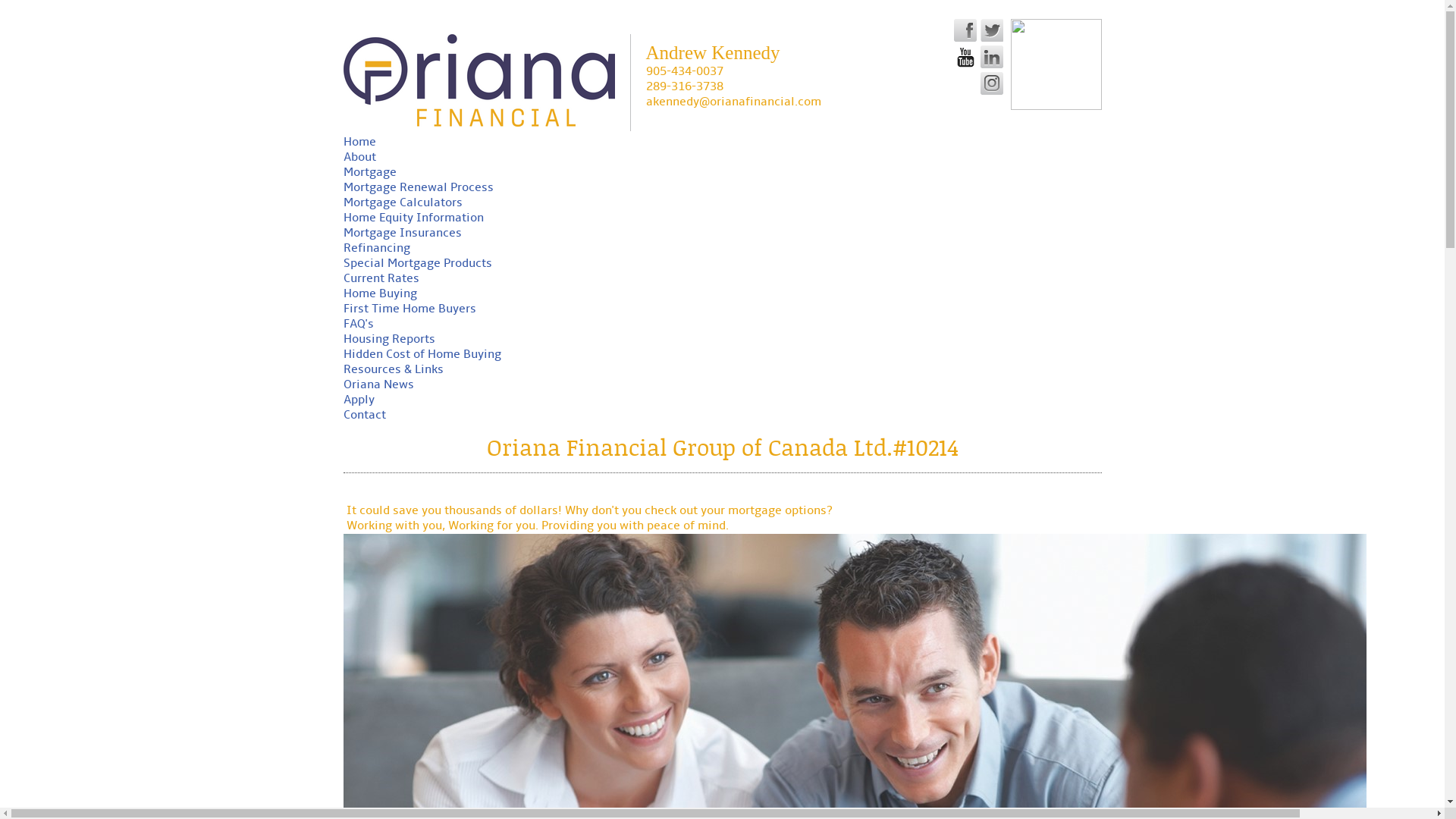 Image resolution: width=1456 pixels, height=819 pixels. What do you see at coordinates (409, 309) in the screenshot?
I see `'First Time Home Buyers'` at bounding box center [409, 309].